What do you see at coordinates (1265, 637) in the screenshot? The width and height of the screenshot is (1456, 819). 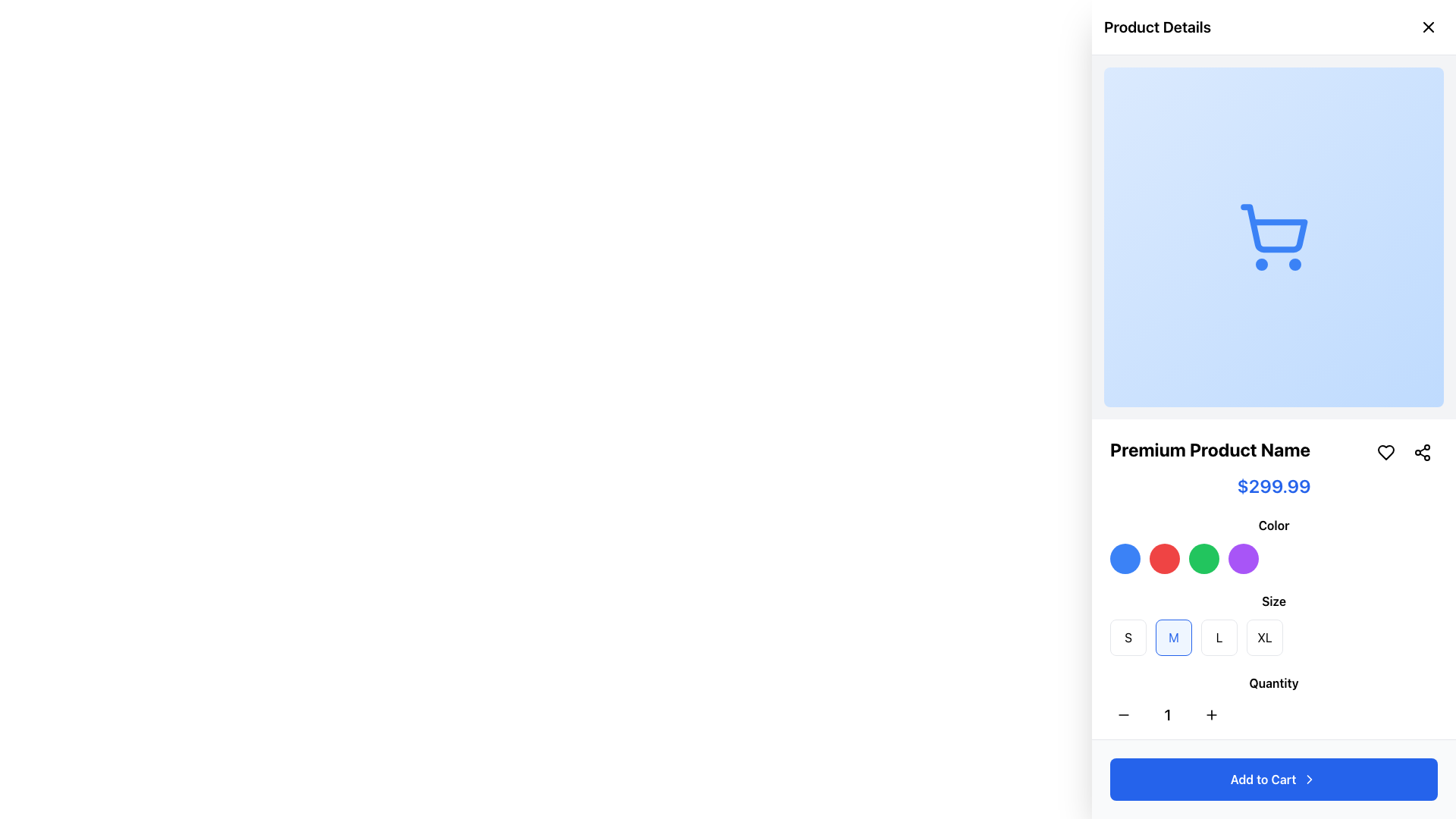 I see `the 'XL' size selection button, which is the fourth button in a horizontal set of size-selection buttons labeled 'S', 'M', 'L', and 'XL'. This button is a medium-sized square with rounded corners and displays 'XL' in the center` at bounding box center [1265, 637].